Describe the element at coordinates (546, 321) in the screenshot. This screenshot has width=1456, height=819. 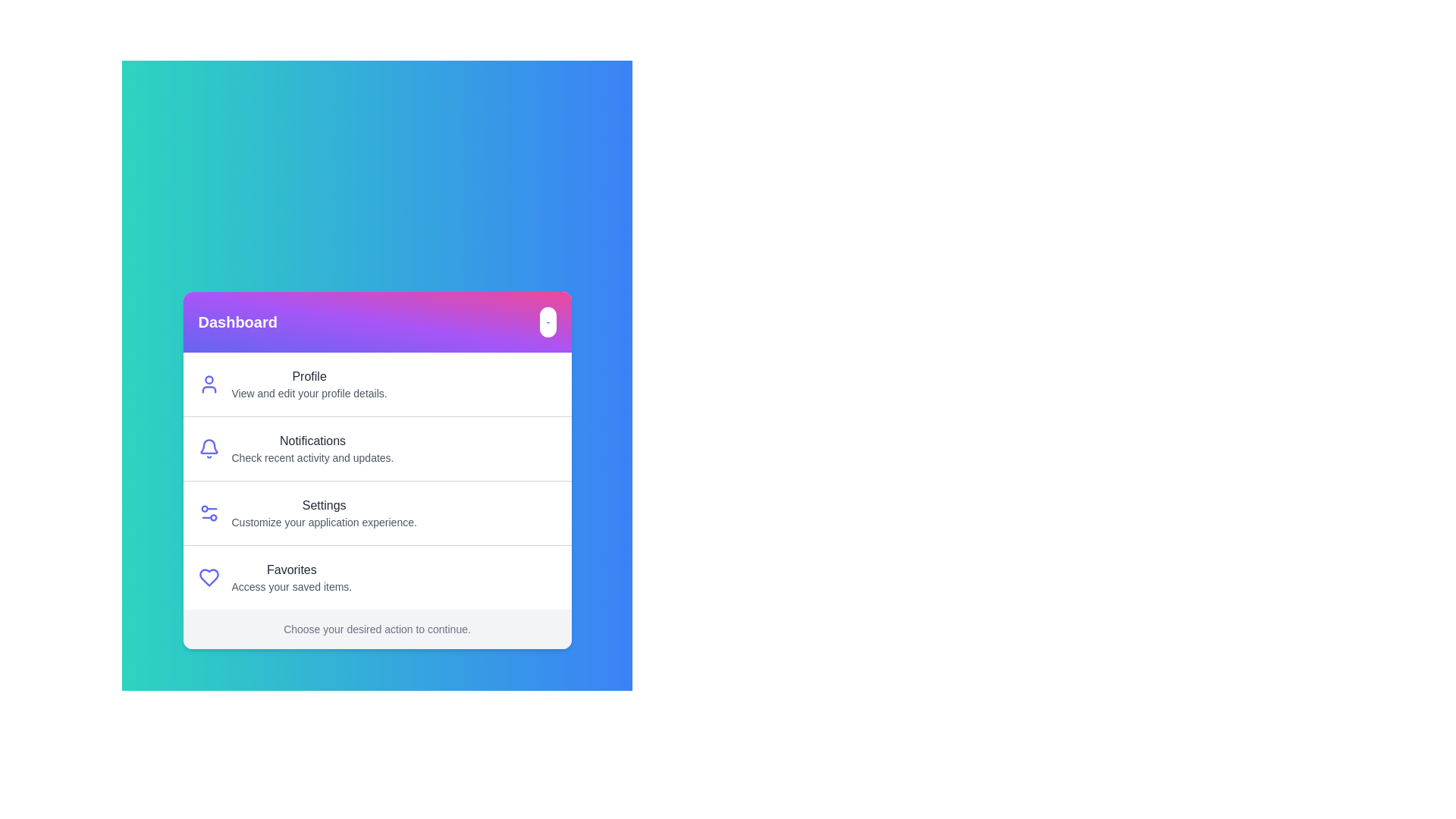
I see `the toggle button in the header to toggle the menu open or closed` at that location.